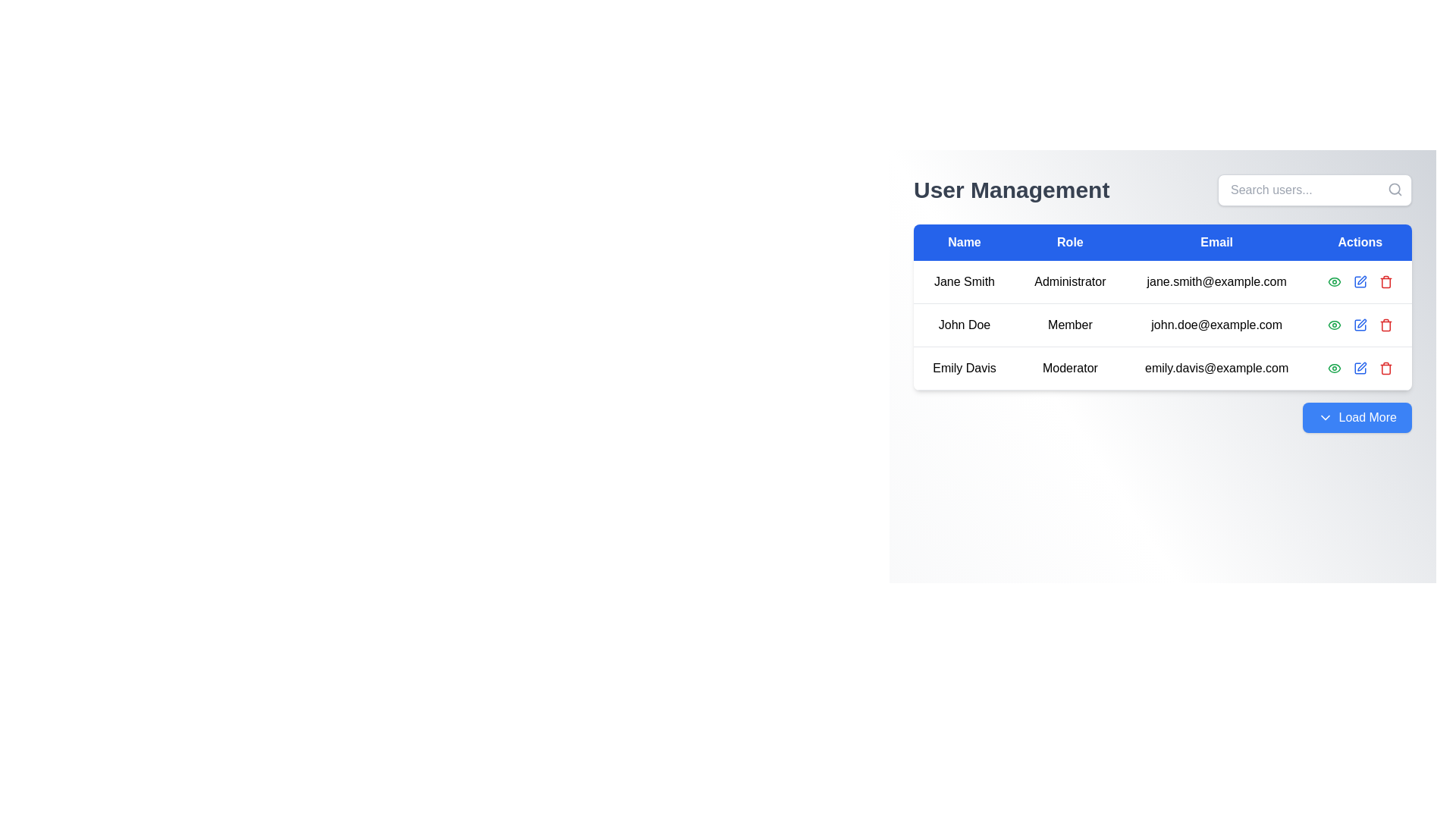 The width and height of the screenshot is (1456, 819). What do you see at coordinates (1385, 324) in the screenshot?
I see `the trash icon located` at bounding box center [1385, 324].